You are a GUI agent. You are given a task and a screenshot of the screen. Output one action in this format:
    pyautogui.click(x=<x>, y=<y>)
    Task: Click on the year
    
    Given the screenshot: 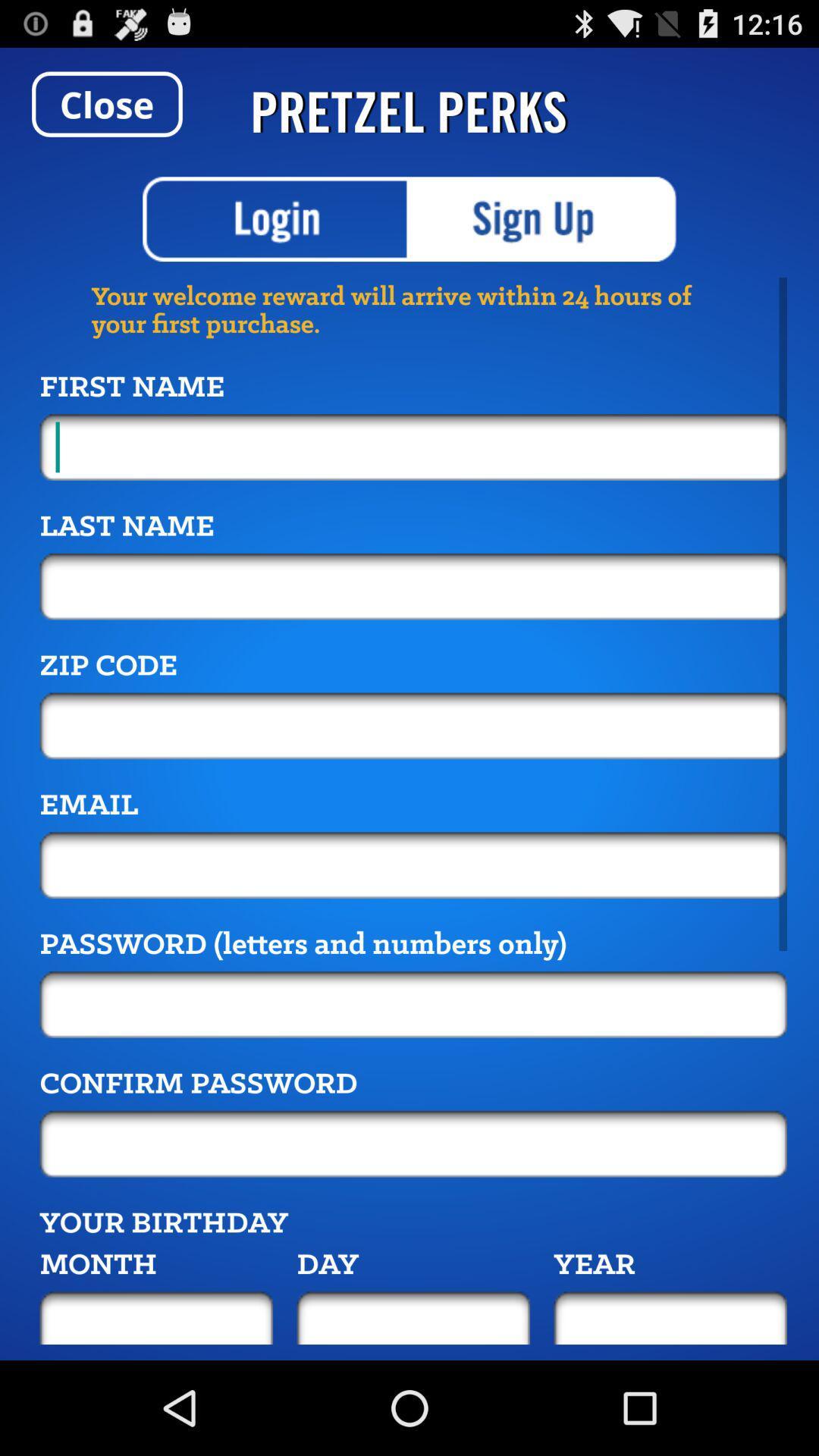 What is the action you would take?
    pyautogui.click(x=670, y=1317)
    